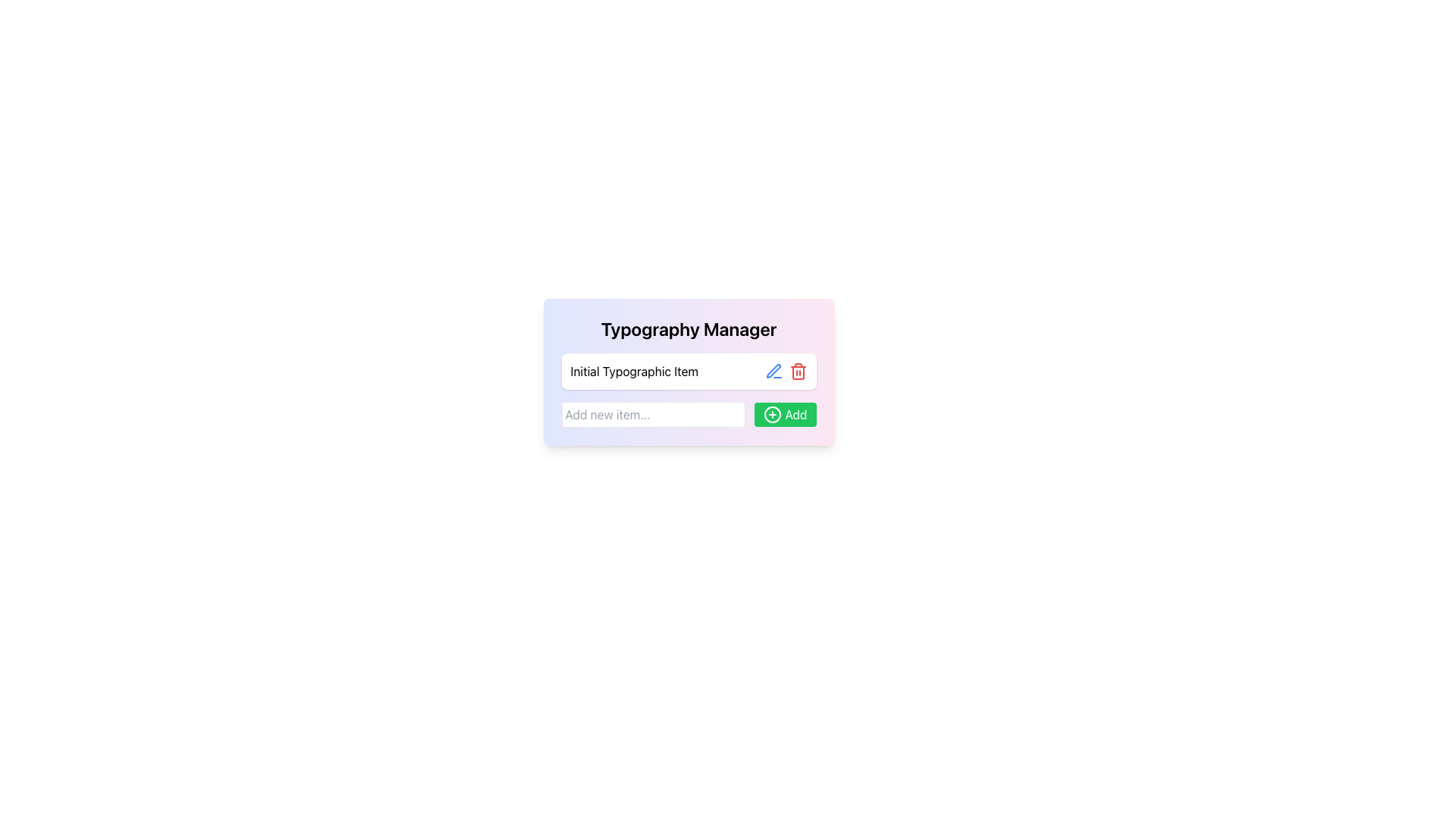  What do you see at coordinates (773, 415) in the screenshot?
I see `circular SVG component that represents the 'Add' button within the Typography Manager layout using developer tools` at bounding box center [773, 415].